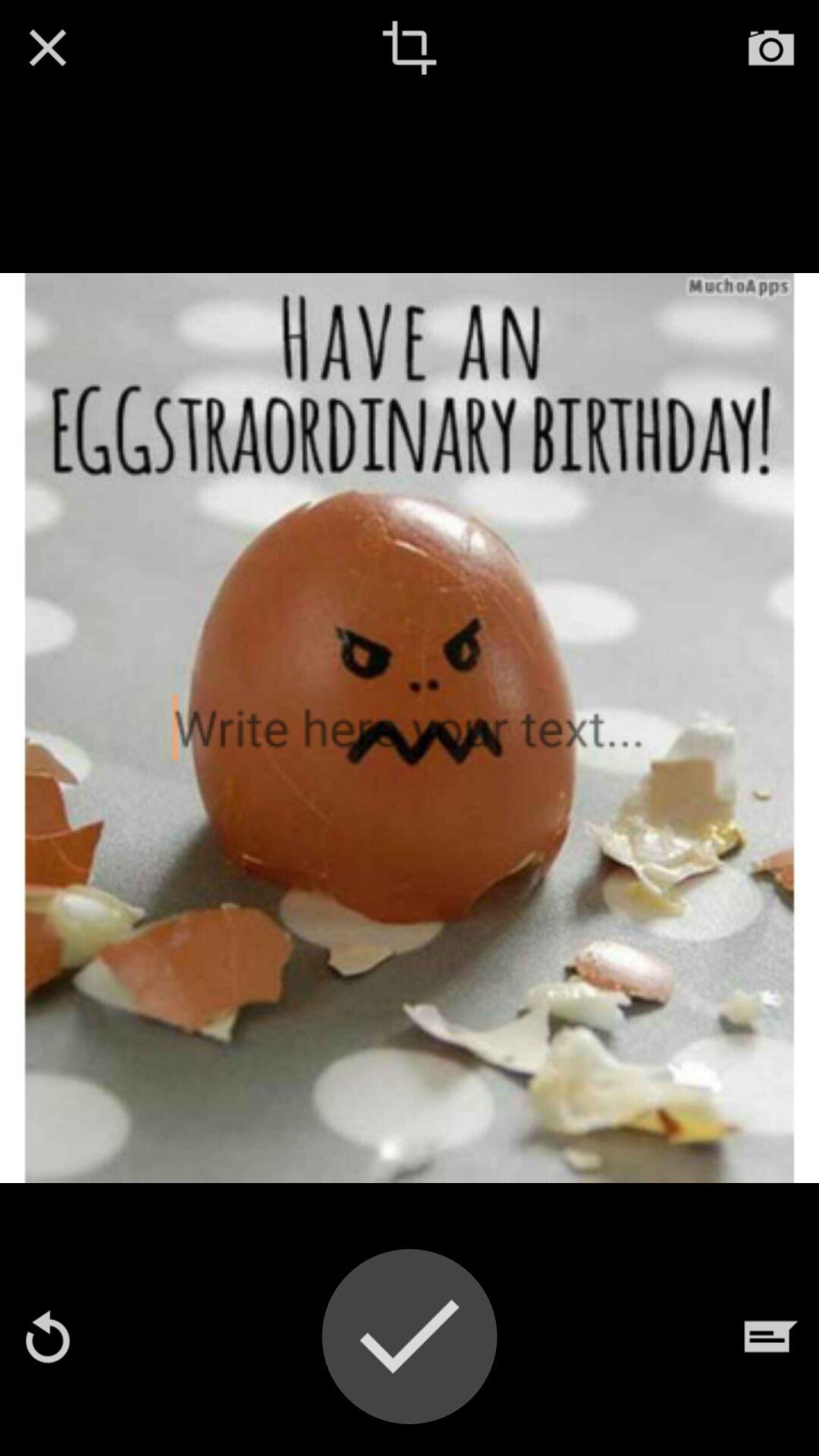 Image resolution: width=819 pixels, height=1456 pixels. What do you see at coordinates (771, 47) in the screenshot?
I see `open camera` at bounding box center [771, 47].